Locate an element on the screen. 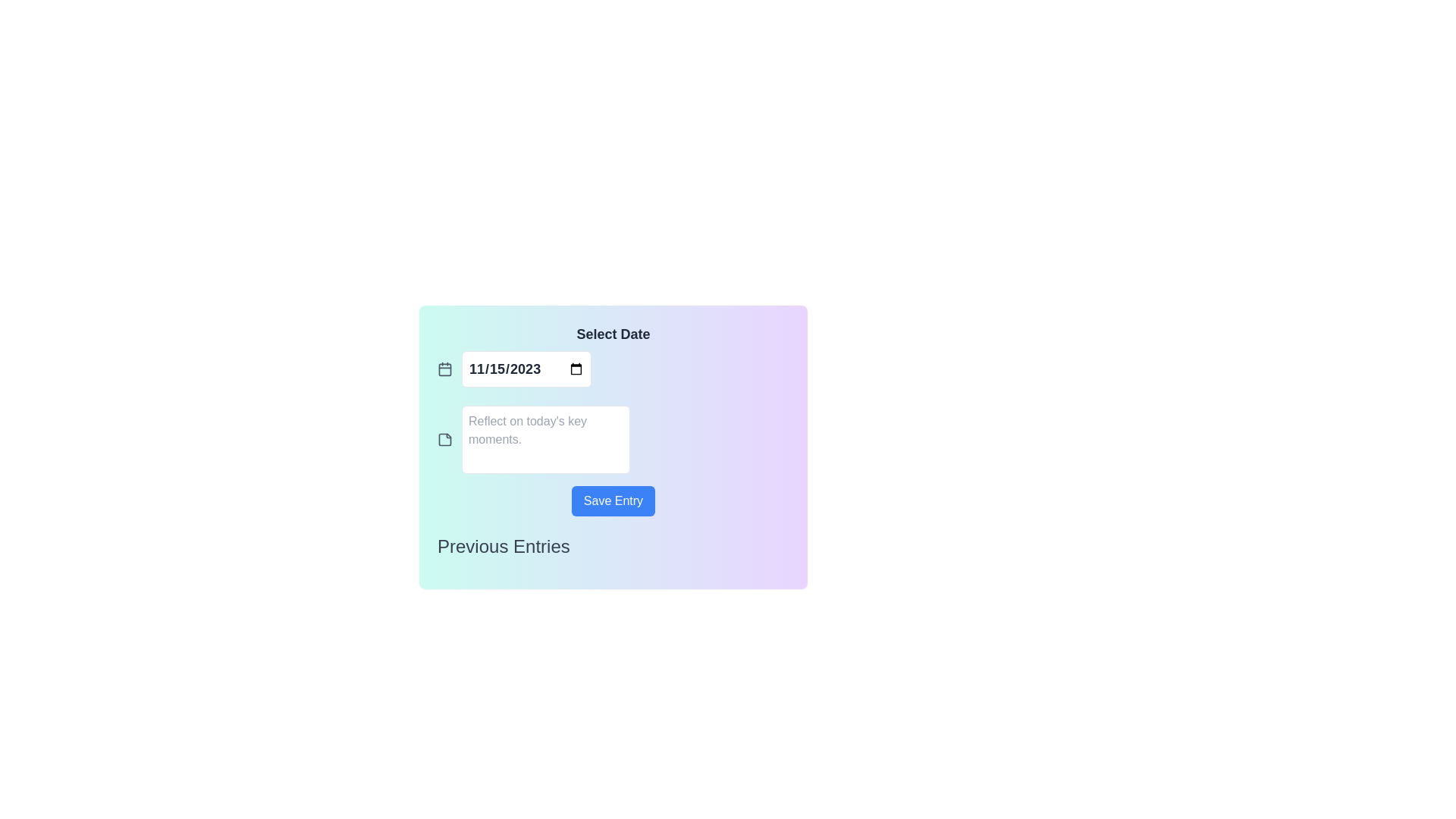  the save button located in the lower-middle area of the interface is located at coordinates (613, 500).